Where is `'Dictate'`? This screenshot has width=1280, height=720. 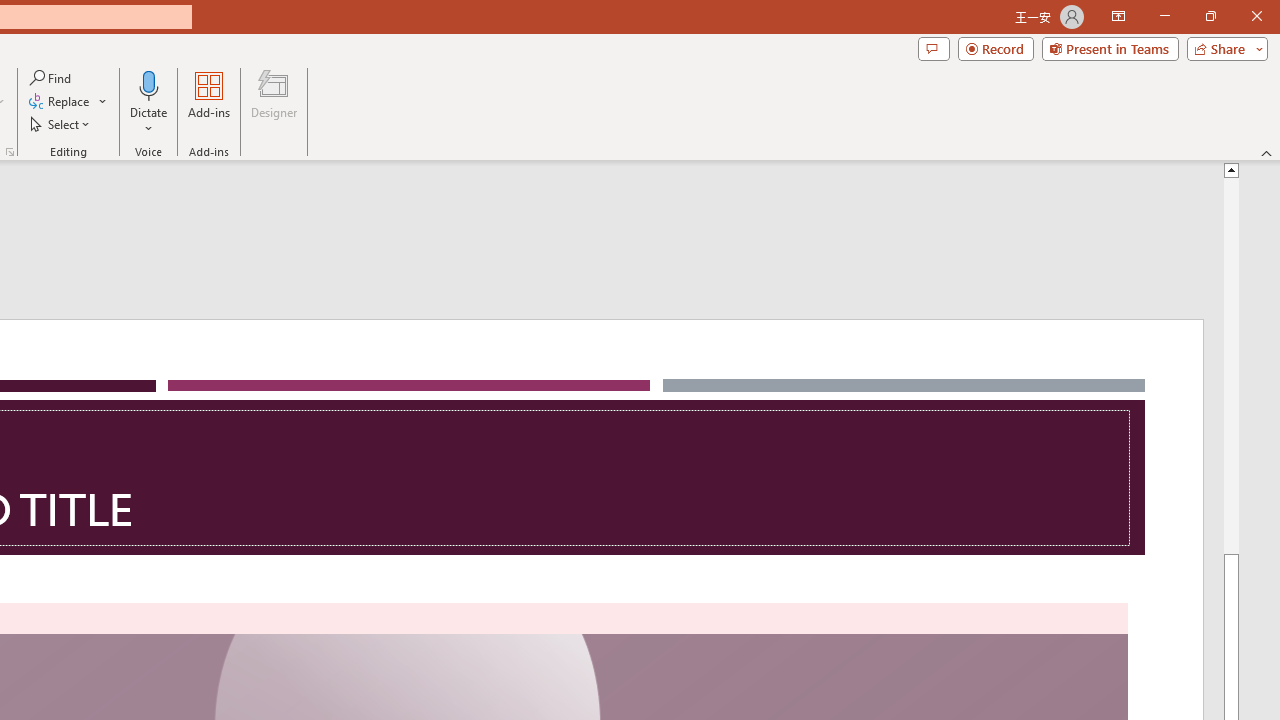
'Dictate' is located at coordinates (148, 84).